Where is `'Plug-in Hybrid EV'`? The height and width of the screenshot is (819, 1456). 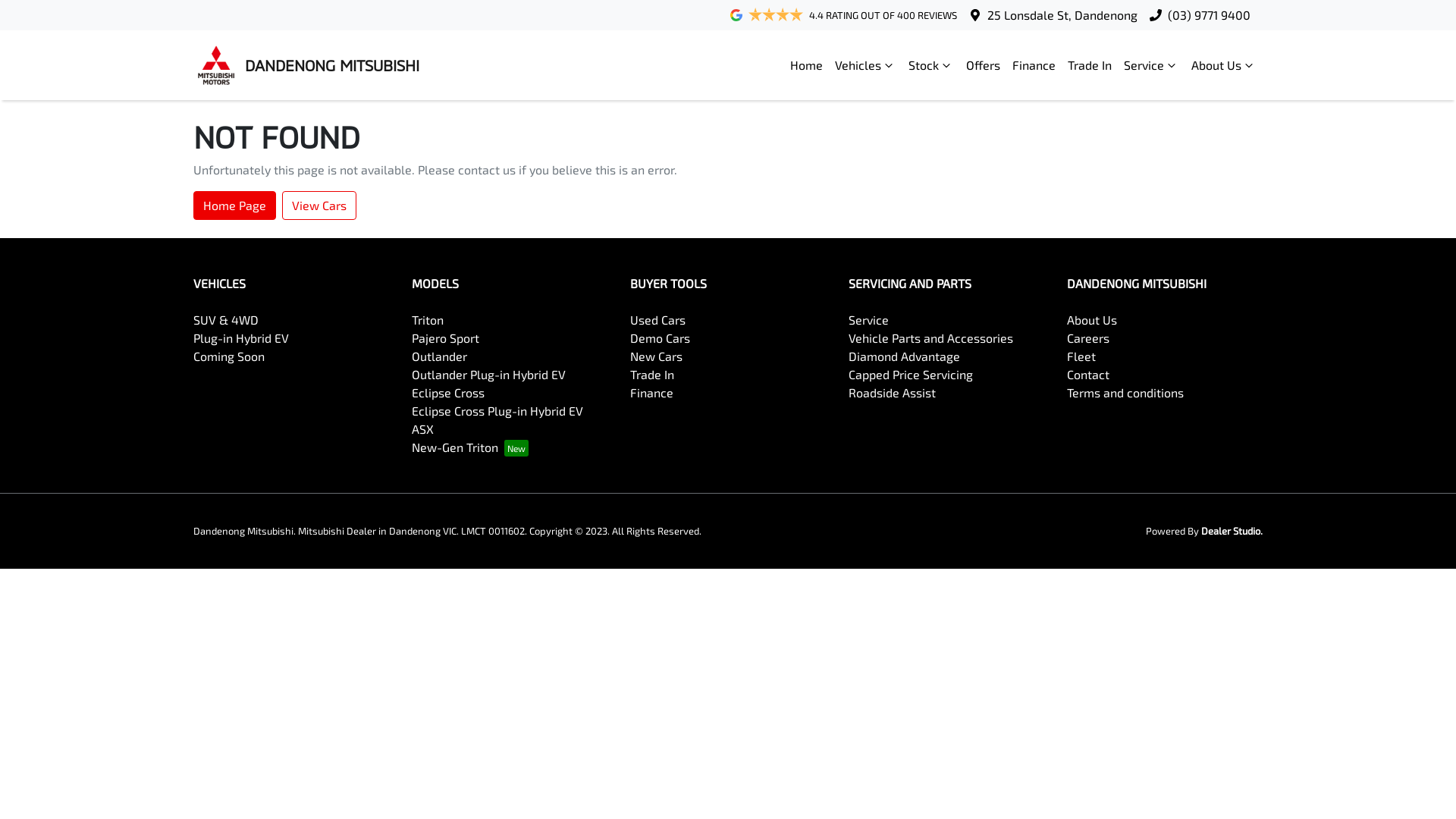
'Plug-in Hybrid EV' is located at coordinates (240, 337).